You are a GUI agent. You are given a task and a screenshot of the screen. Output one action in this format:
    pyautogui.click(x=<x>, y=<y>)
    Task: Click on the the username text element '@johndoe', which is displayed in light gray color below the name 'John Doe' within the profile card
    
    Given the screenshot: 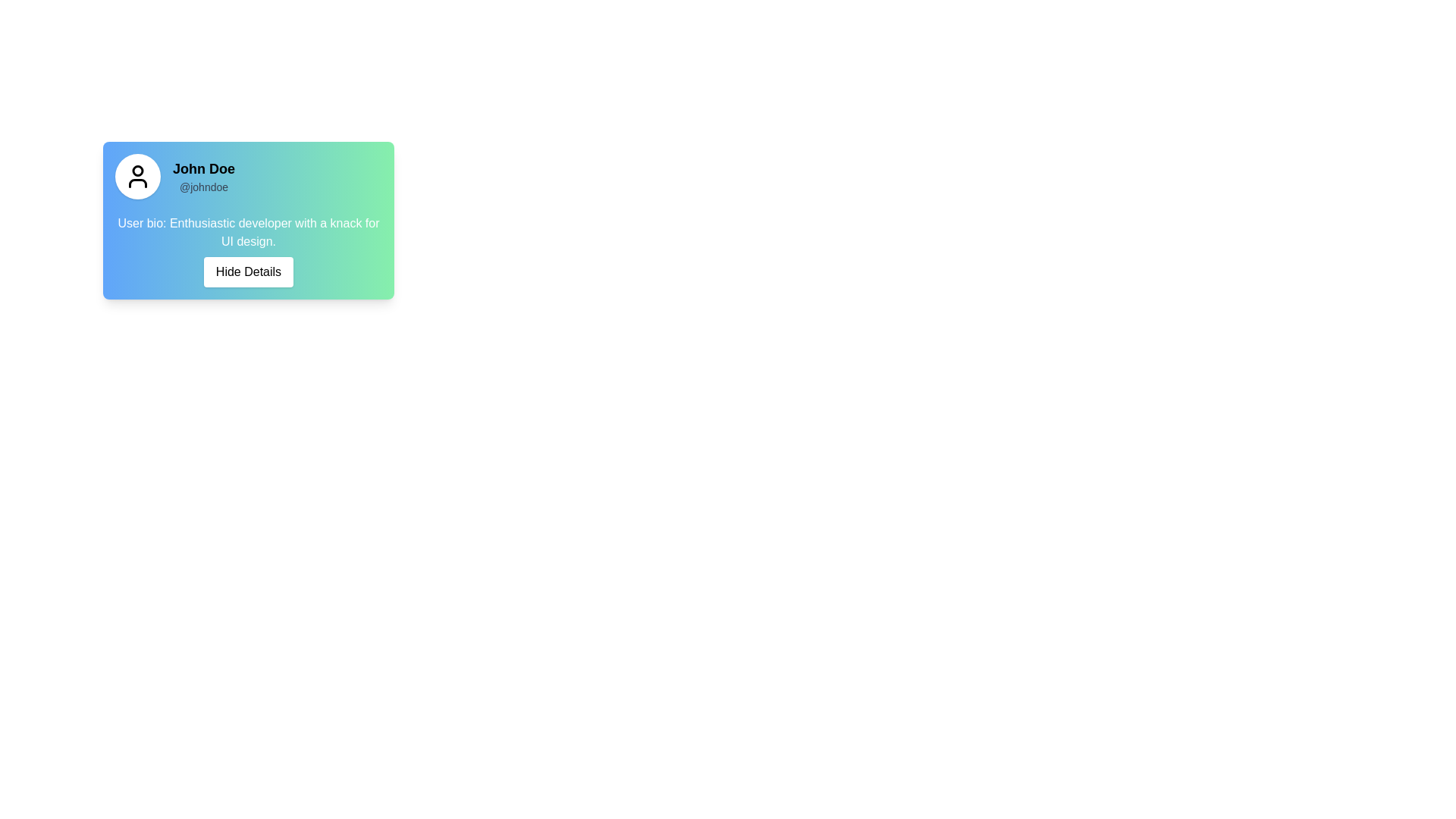 What is the action you would take?
    pyautogui.click(x=202, y=186)
    